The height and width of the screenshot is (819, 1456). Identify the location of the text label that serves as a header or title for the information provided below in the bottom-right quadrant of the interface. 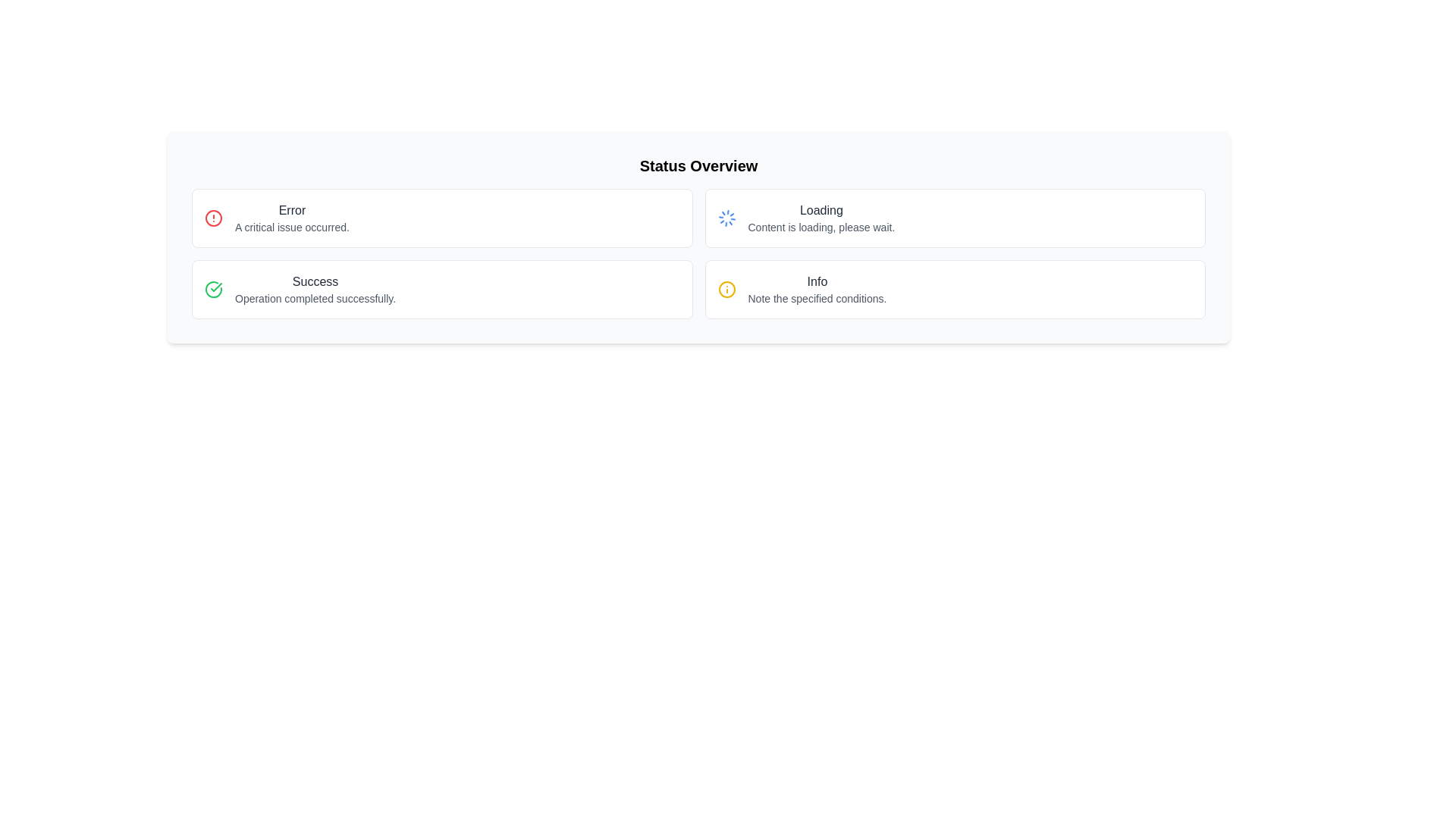
(816, 281).